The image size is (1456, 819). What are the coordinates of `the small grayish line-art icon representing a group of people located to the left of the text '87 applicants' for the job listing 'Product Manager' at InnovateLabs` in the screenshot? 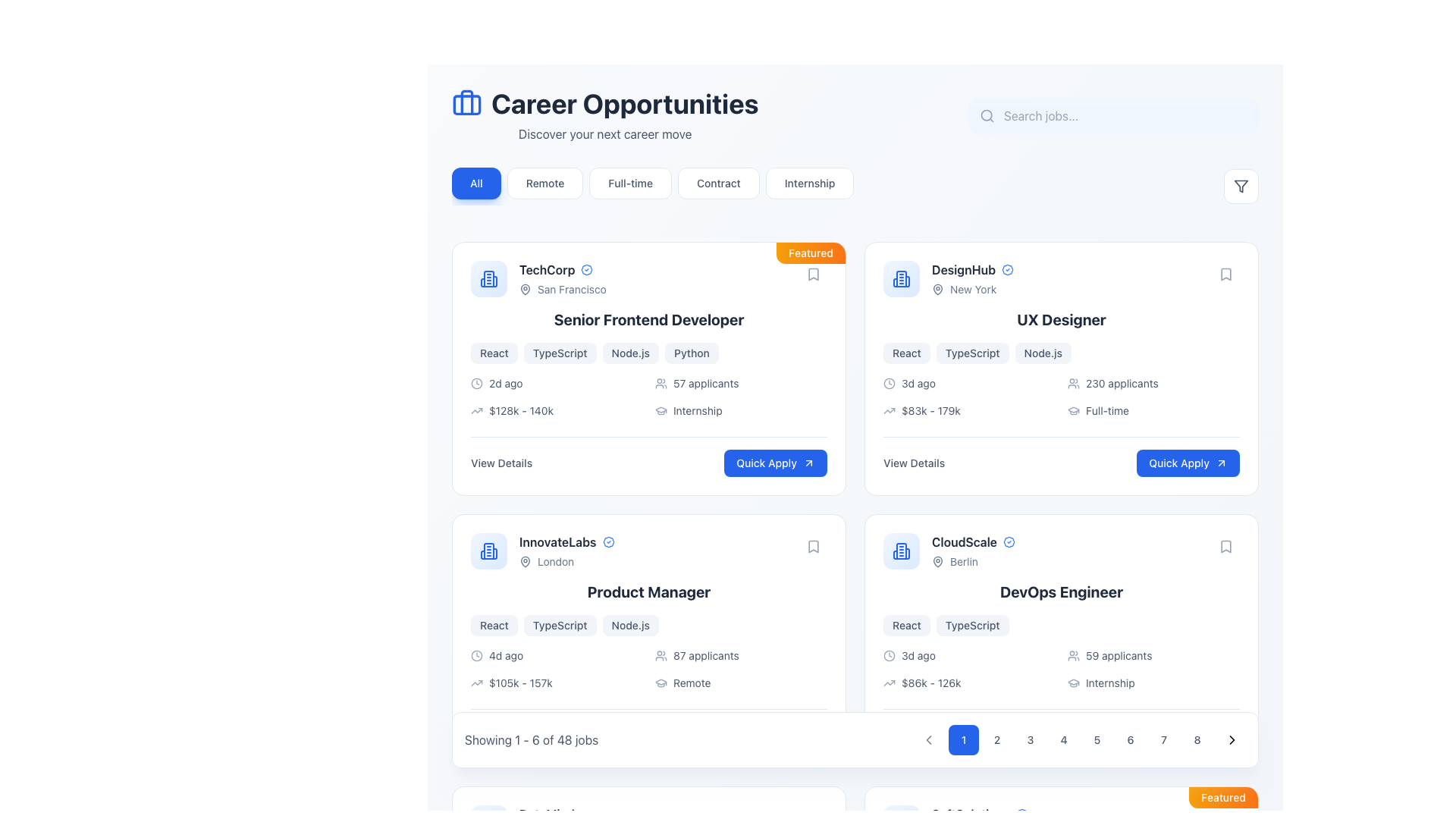 It's located at (661, 654).